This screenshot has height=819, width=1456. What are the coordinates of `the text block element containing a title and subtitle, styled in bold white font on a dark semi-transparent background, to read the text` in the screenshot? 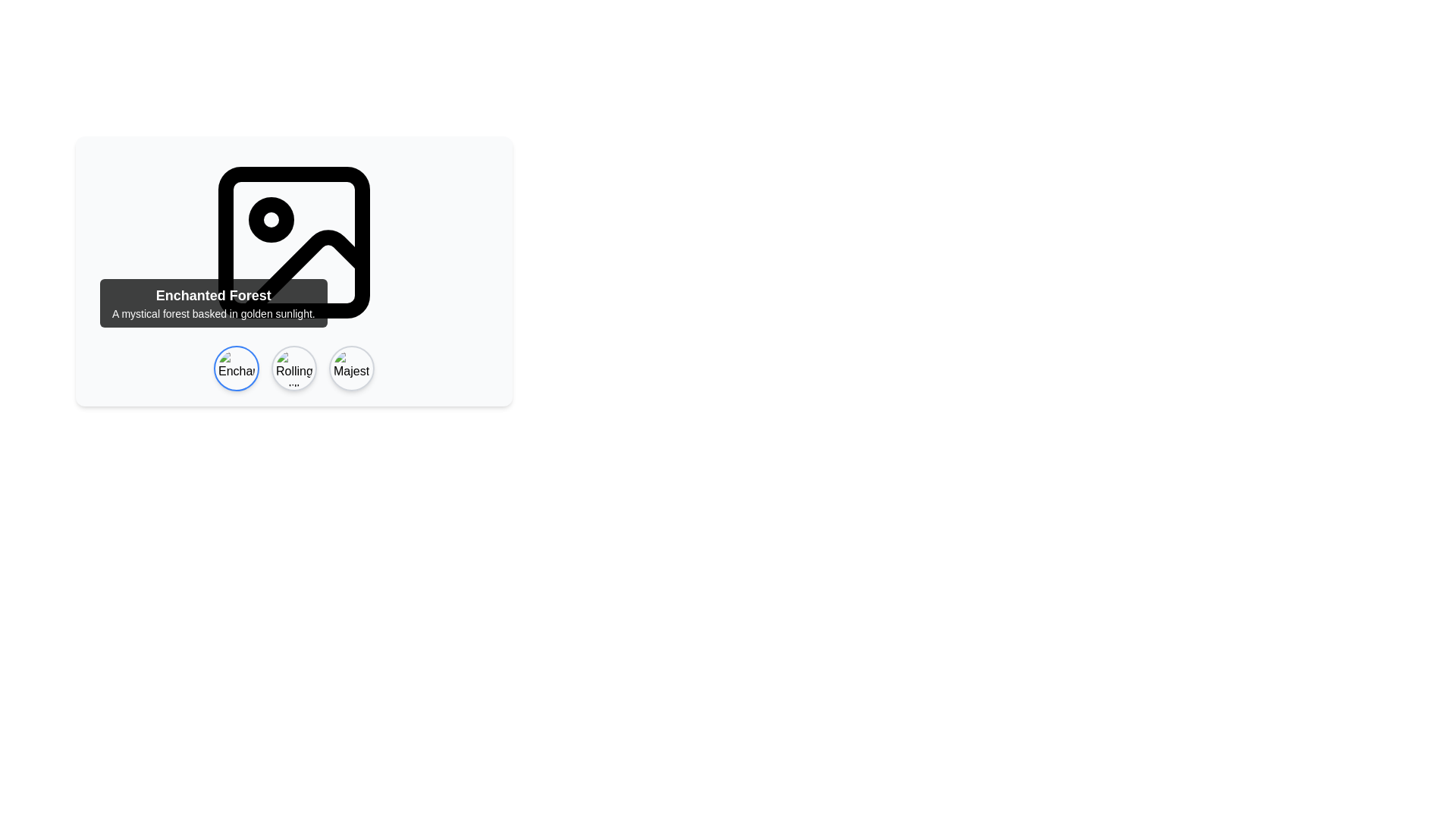 It's located at (212, 303).